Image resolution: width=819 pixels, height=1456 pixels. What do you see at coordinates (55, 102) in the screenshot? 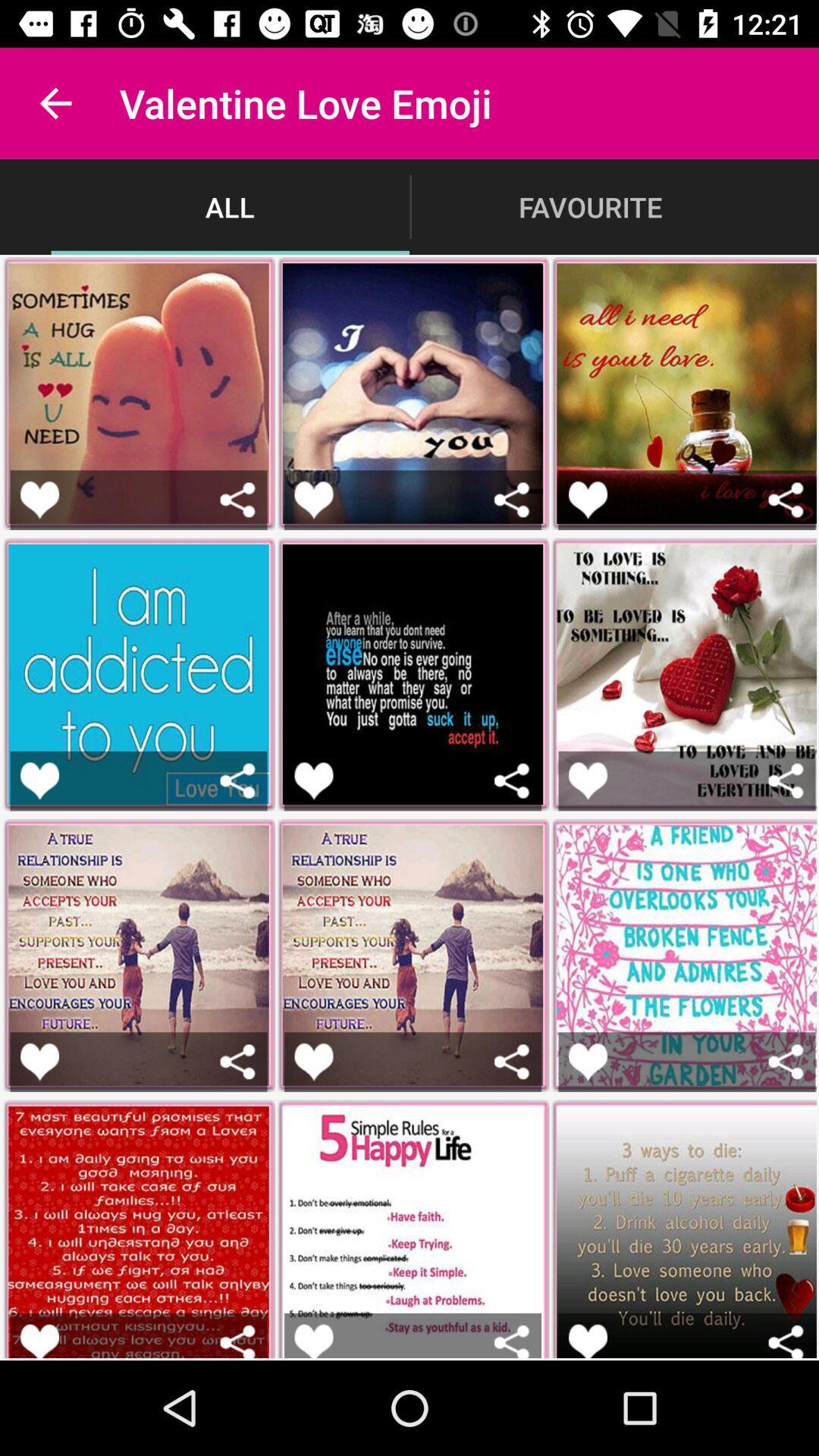
I see `the icon to the left of the valentine love emoji` at bounding box center [55, 102].